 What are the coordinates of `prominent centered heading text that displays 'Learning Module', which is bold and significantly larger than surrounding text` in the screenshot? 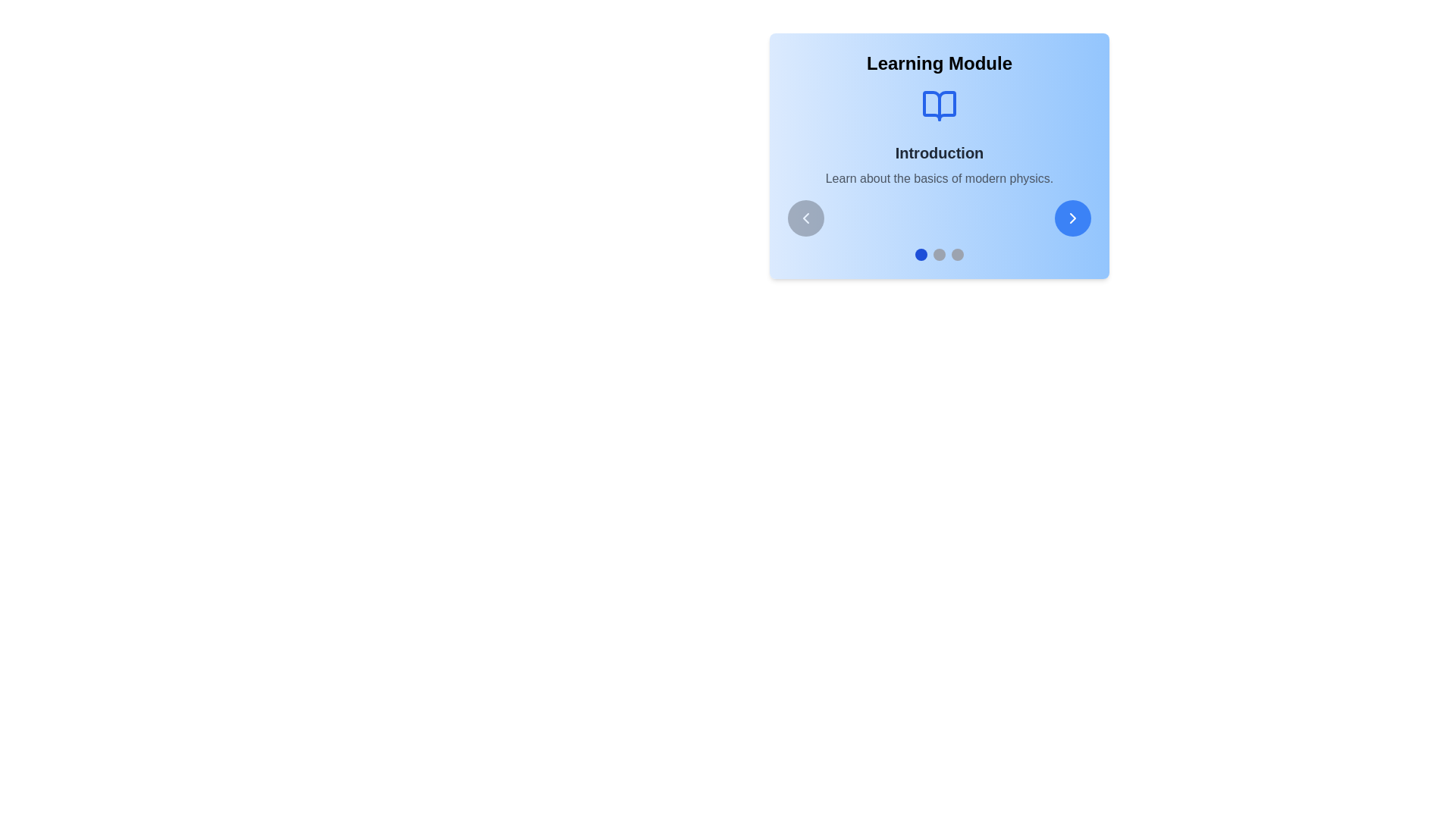 It's located at (938, 63).